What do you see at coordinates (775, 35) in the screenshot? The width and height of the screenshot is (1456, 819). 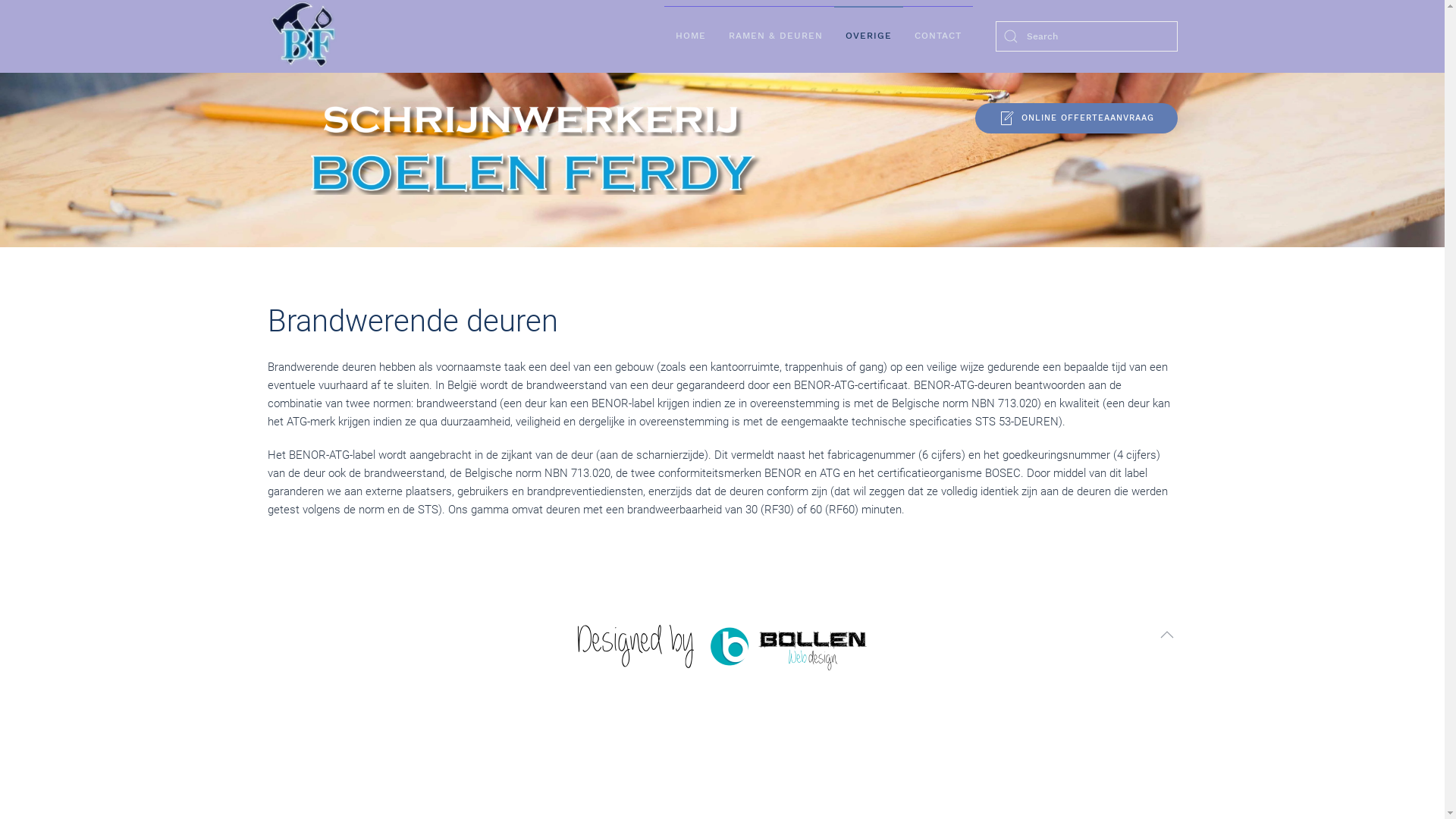 I see `'RAMEN & DEUREN'` at bounding box center [775, 35].